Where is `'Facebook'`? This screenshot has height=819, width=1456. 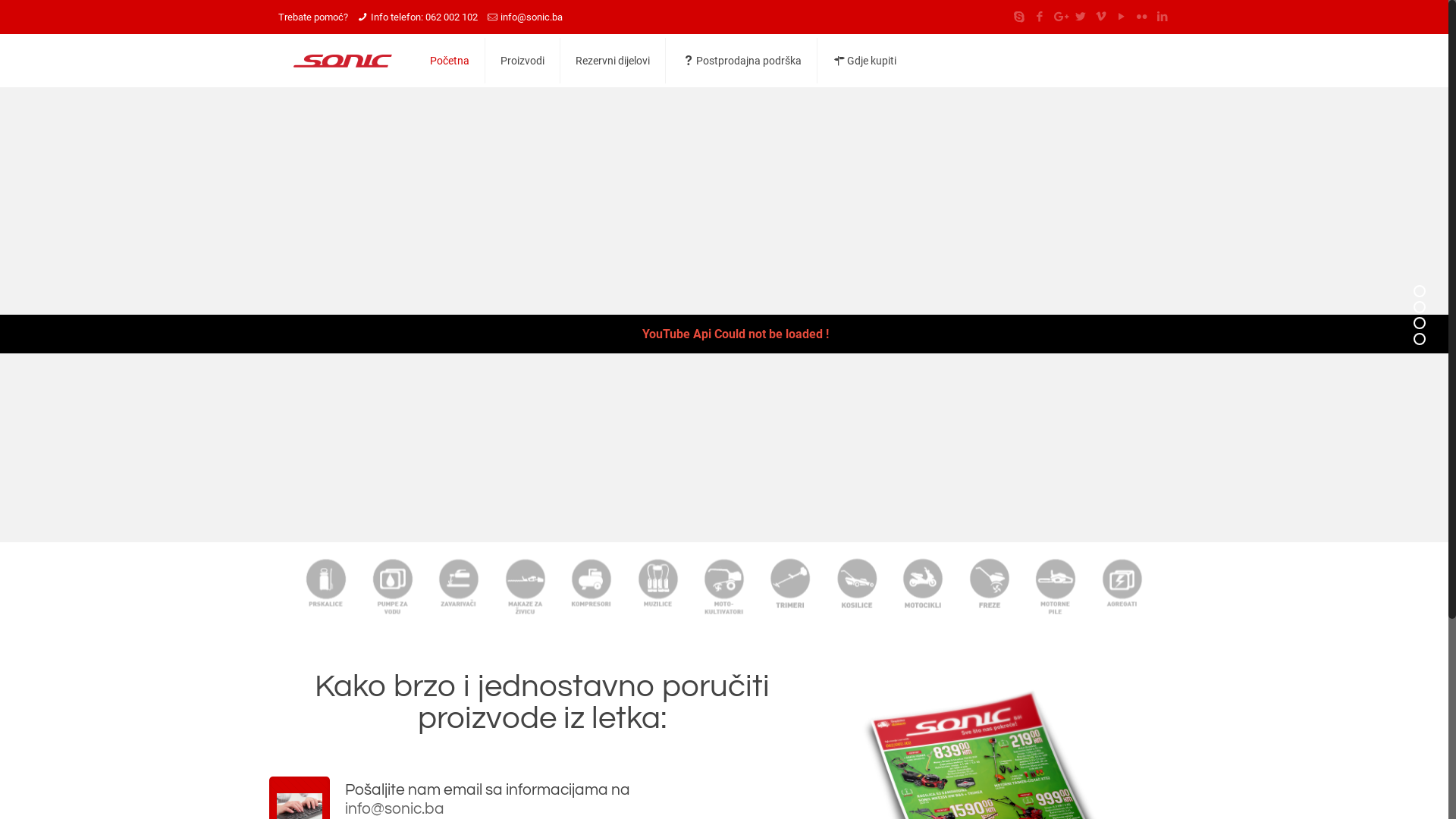
'Facebook' is located at coordinates (1031, 17).